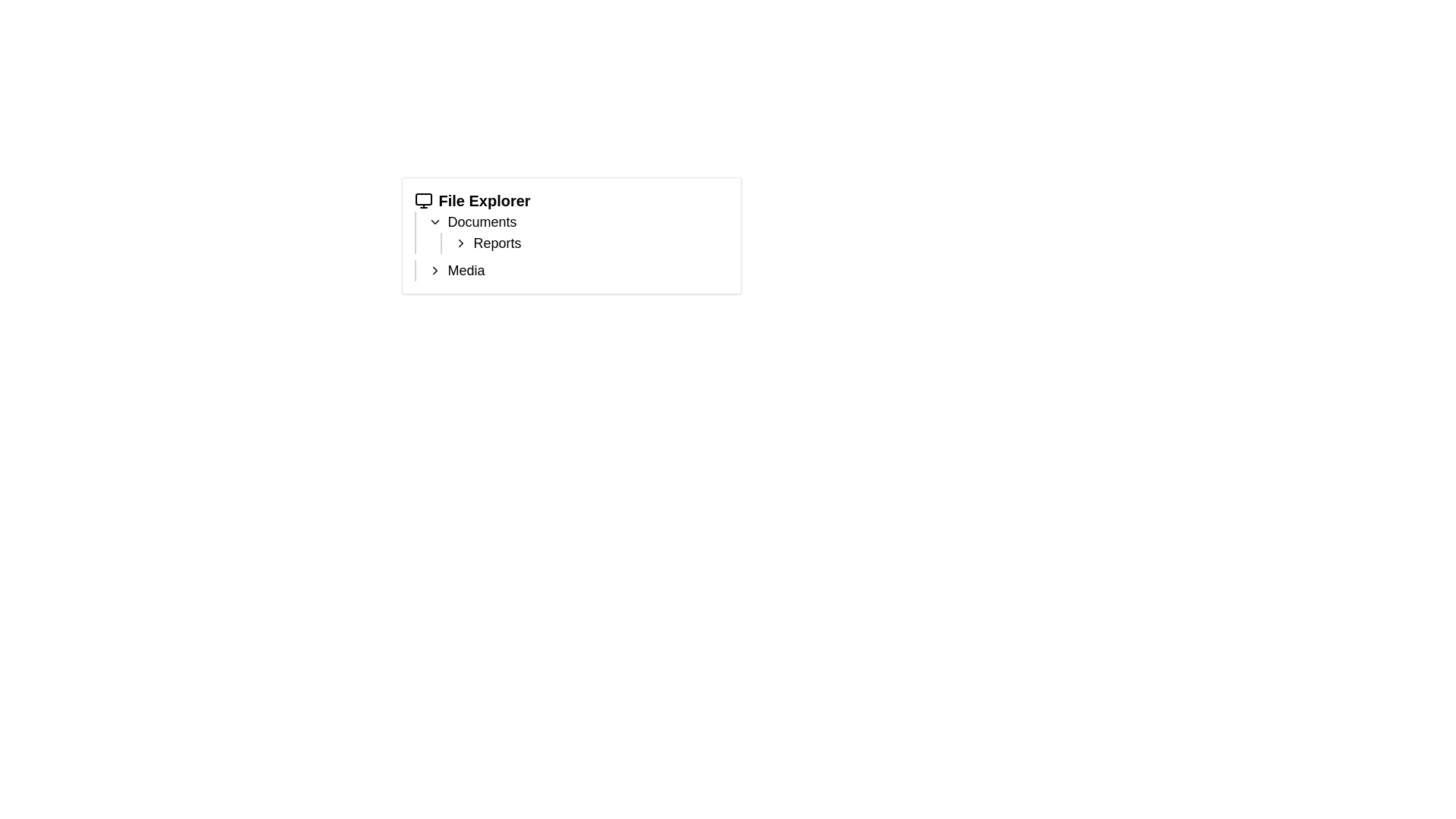 This screenshot has height=819, width=1456. I want to click on the 'Reports' navigational button located in the 'File Explorer' section, so click(590, 242).